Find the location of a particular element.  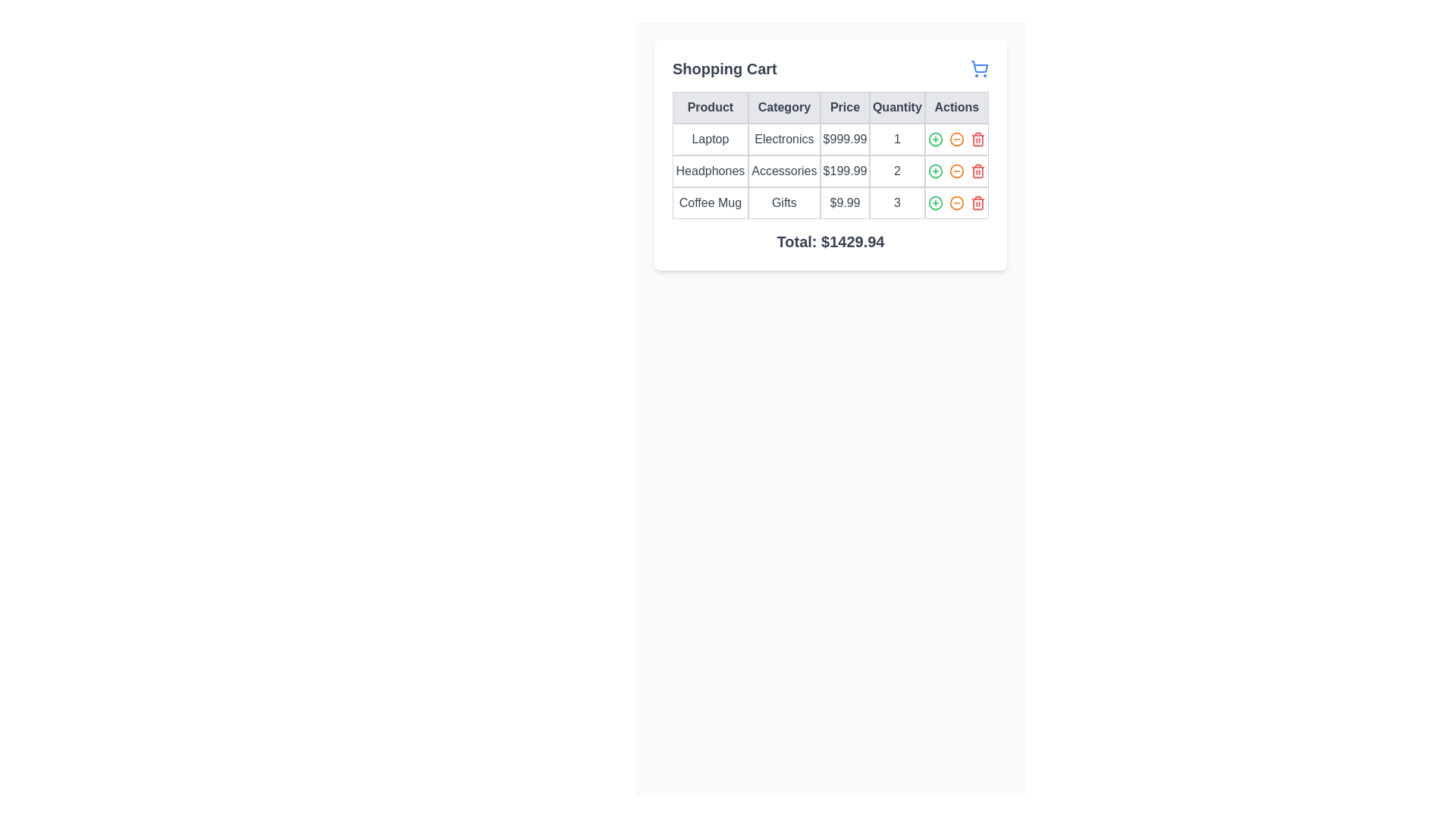

content displayed in the price text box for the 'Headphones' product in the shopping cart, located in the third column of the second row of the 'Shopping Cart' table is located at coordinates (844, 171).